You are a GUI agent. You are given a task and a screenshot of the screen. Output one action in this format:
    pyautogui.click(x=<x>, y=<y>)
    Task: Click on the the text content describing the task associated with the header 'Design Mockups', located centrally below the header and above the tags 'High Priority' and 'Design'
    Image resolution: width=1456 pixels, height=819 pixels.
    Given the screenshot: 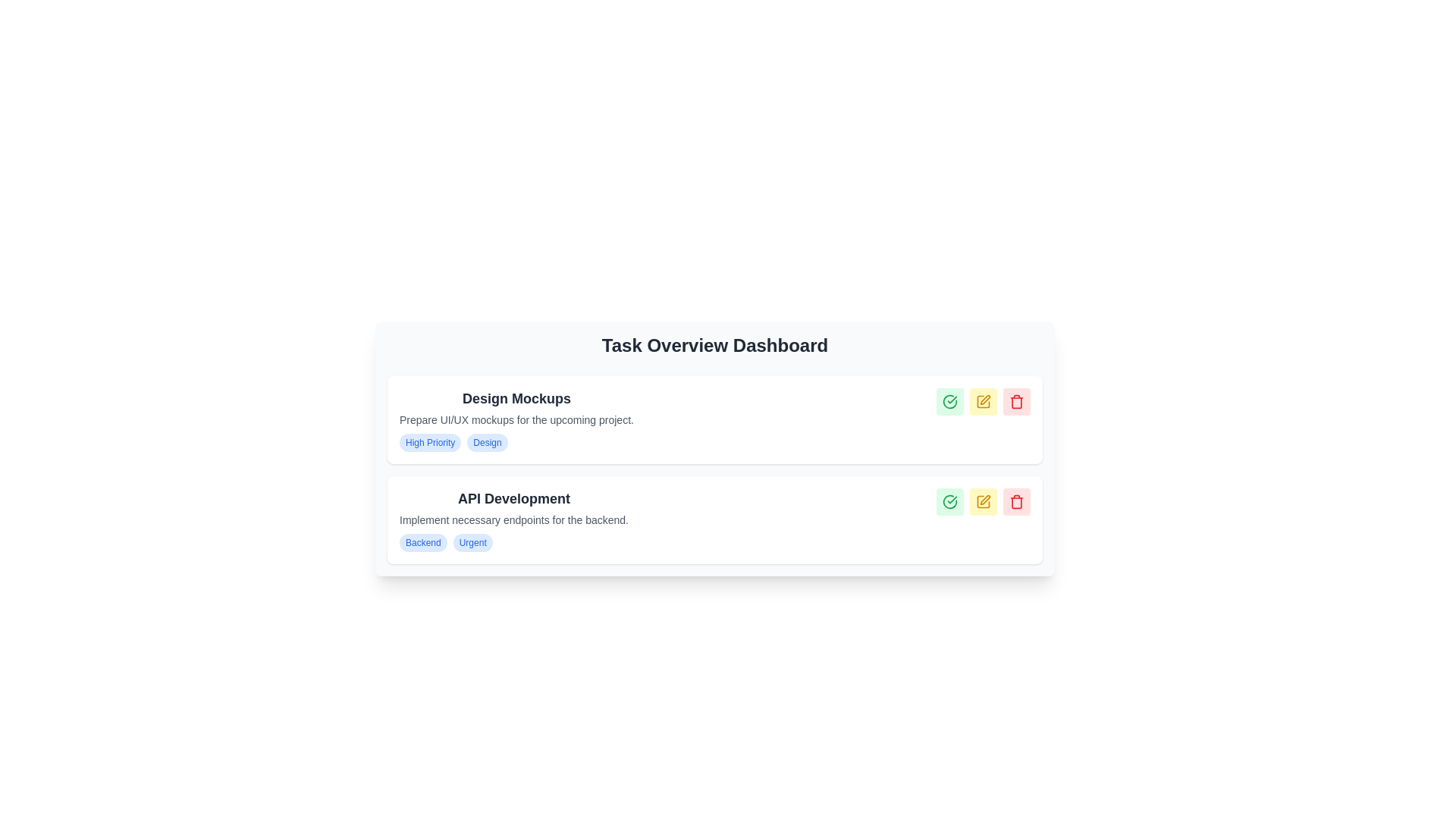 What is the action you would take?
    pyautogui.click(x=516, y=420)
    